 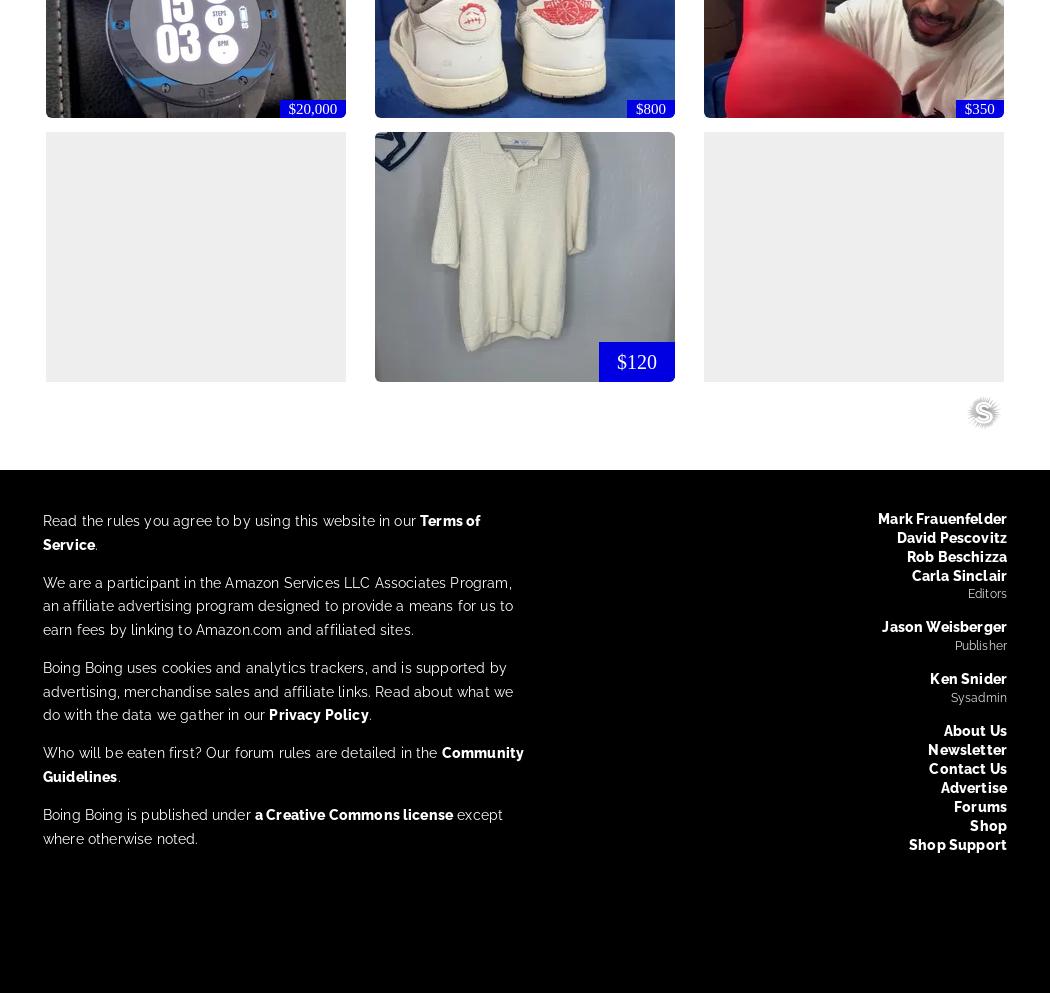 I want to click on 'Ken Snider', so click(x=967, y=679).